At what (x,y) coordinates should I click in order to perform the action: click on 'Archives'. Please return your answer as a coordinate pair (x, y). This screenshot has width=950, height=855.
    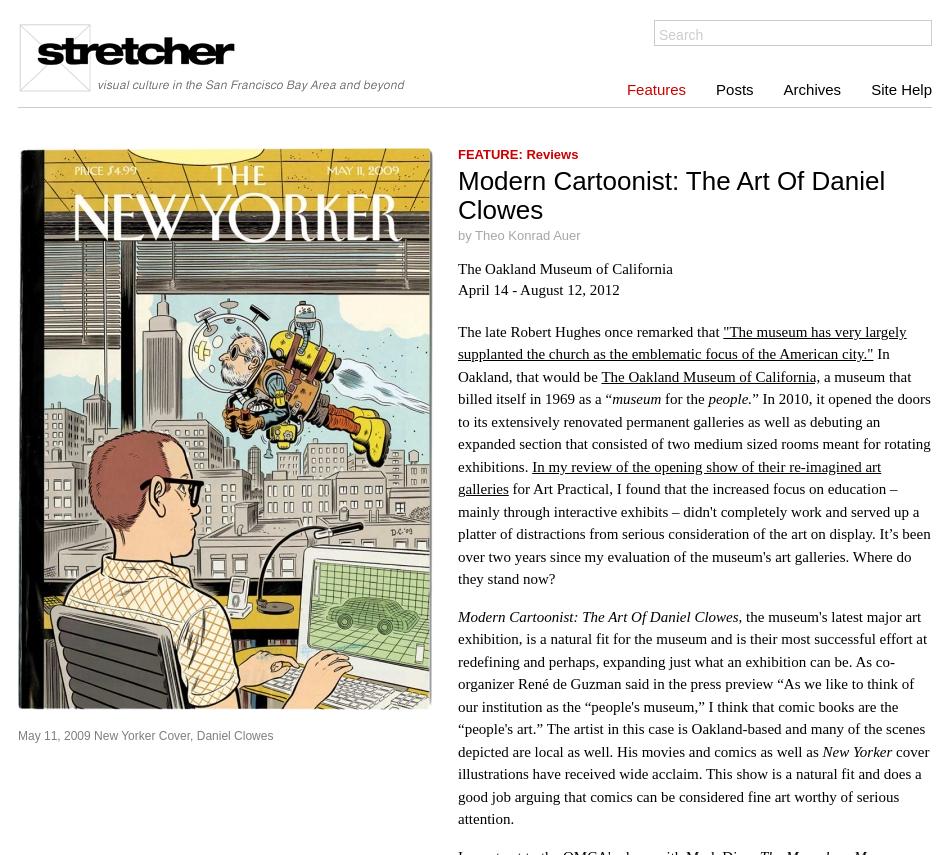
    Looking at the image, I should click on (810, 89).